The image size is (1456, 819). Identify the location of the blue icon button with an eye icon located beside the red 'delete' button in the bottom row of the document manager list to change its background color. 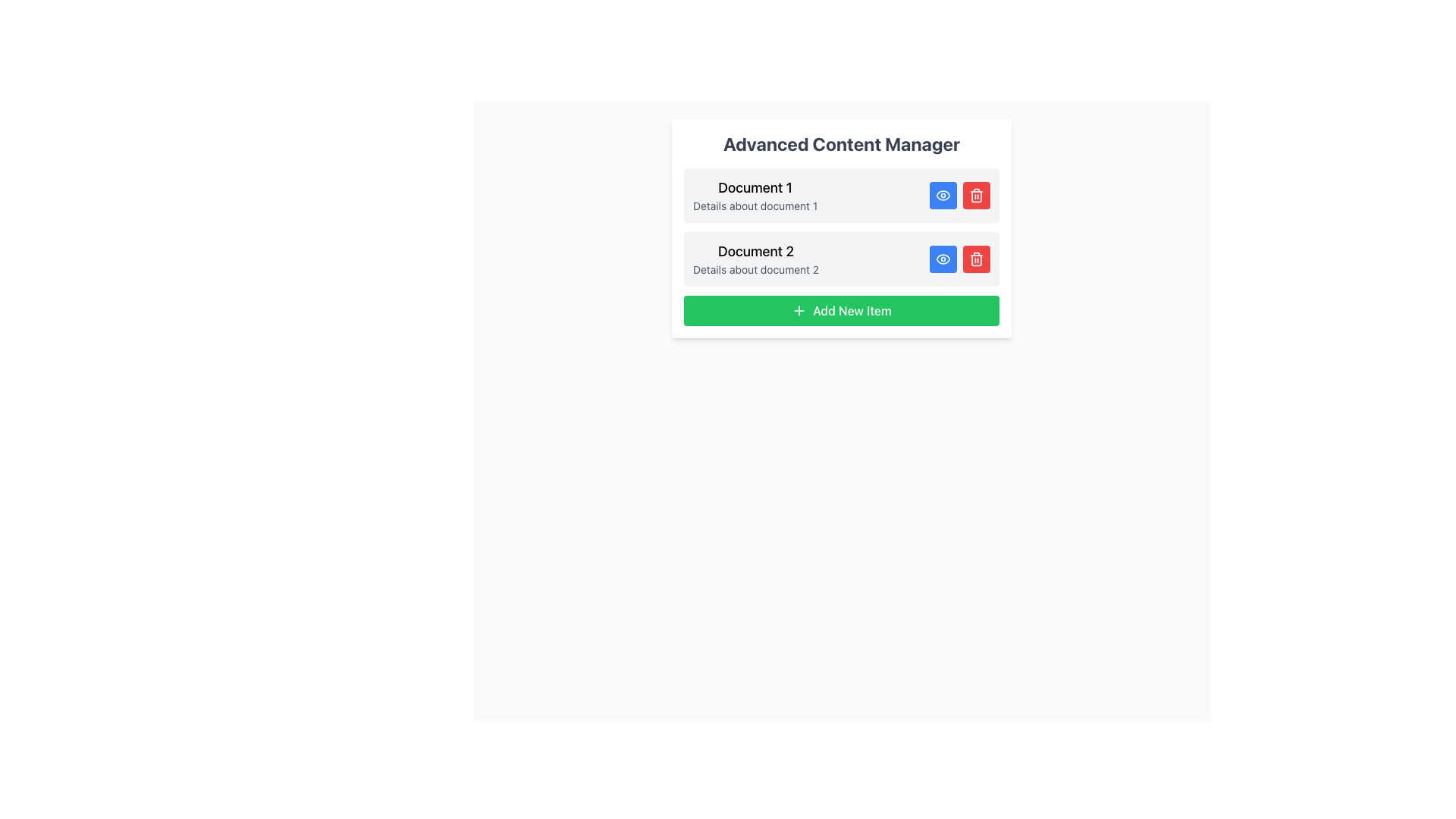
(942, 259).